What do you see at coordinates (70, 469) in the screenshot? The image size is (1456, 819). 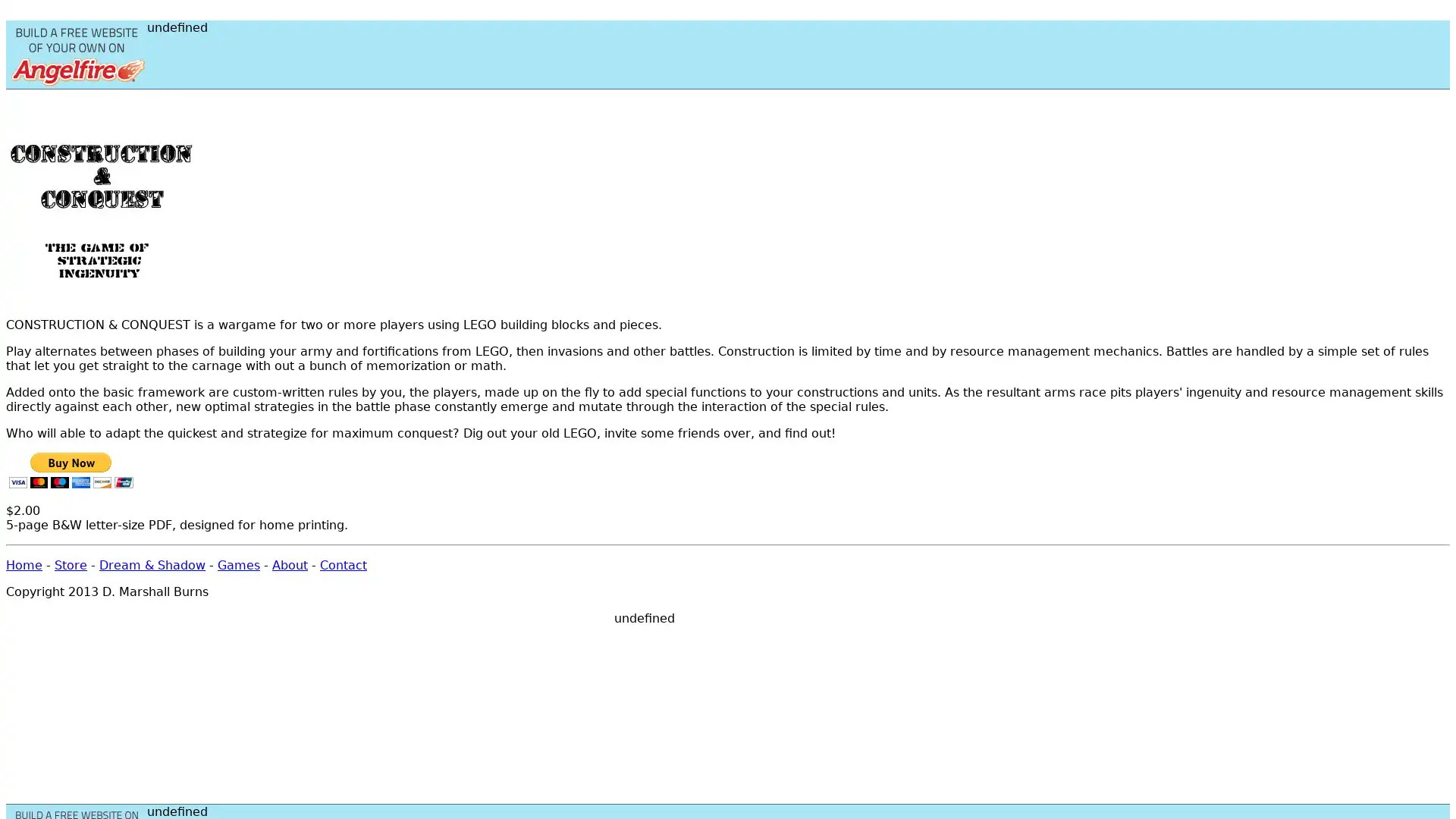 I see `PayPal - The safer, easier way to pay online!` at bounding box center [70, 469].